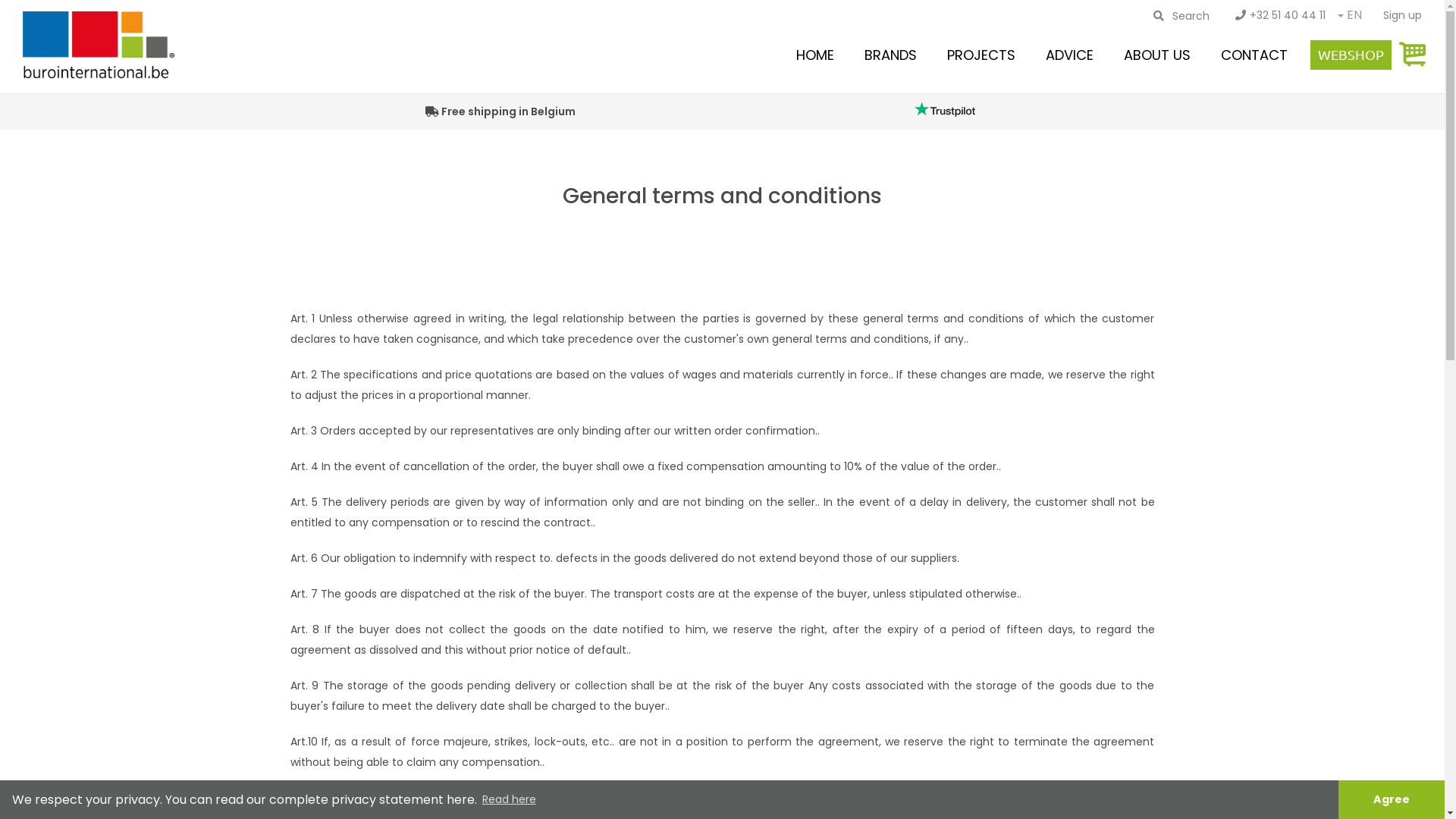  I want to click on 'ABOUT US', so click(1156, 54).